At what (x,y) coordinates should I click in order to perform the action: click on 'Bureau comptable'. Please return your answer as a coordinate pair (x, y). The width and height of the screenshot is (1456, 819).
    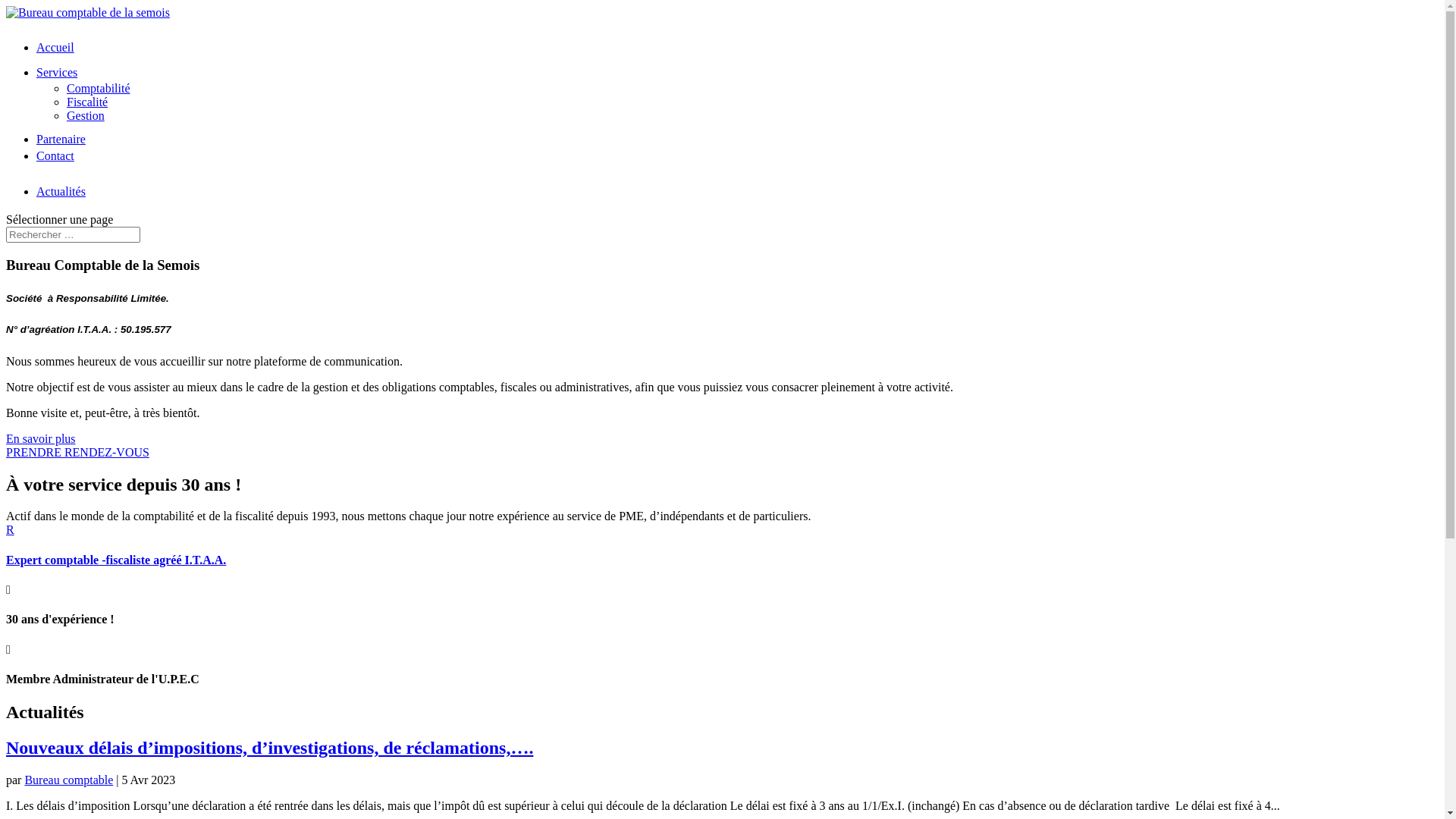
    Looking at the image, I should click on (67, 780).